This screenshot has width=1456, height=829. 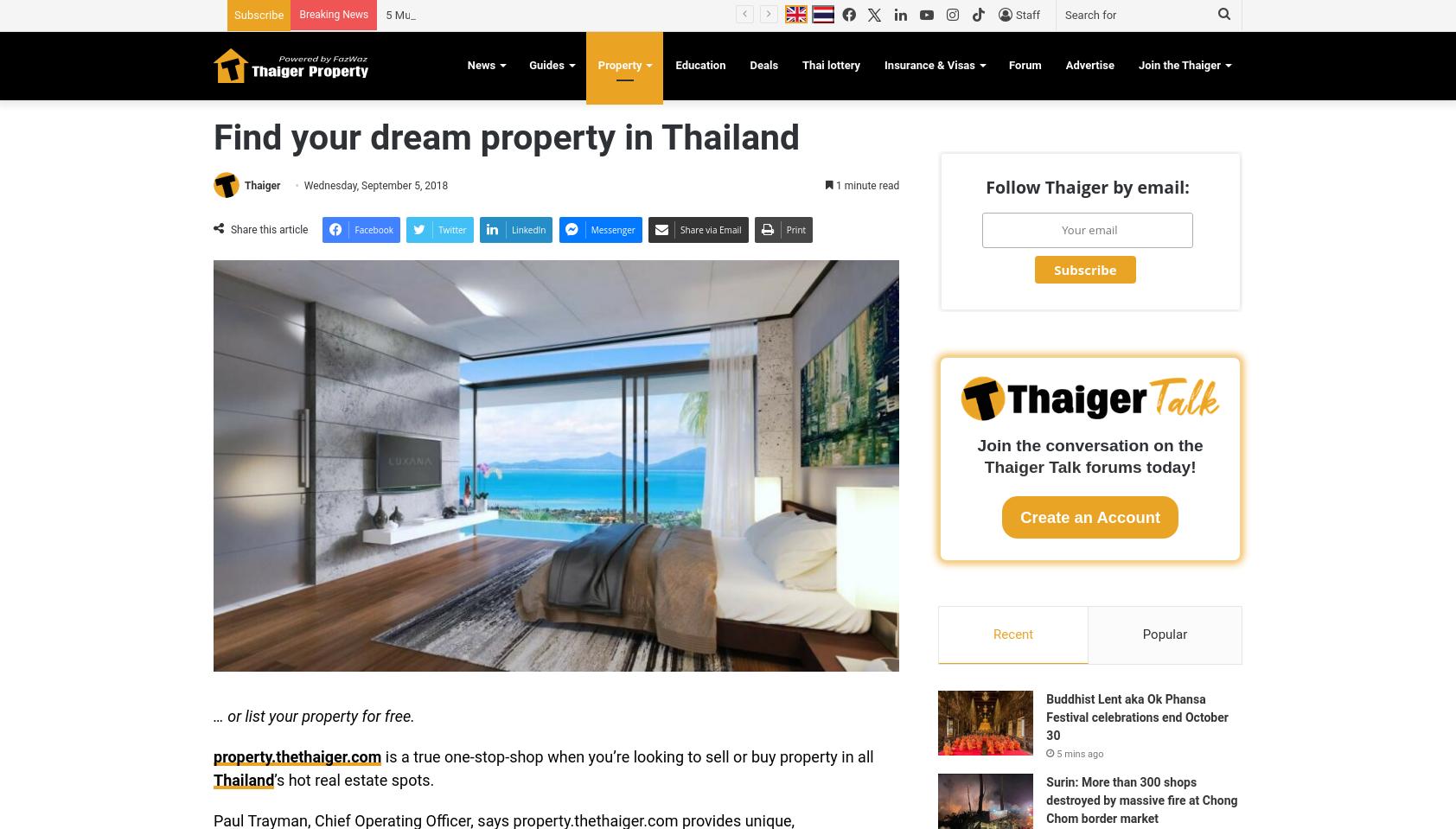 What do you see at coordinates (1045, 800) in the screenshot?
I see `'Surin: More than 300 shops destroyed by massive fire at Chong Chom border market'` at bounding box center [1045, 800].